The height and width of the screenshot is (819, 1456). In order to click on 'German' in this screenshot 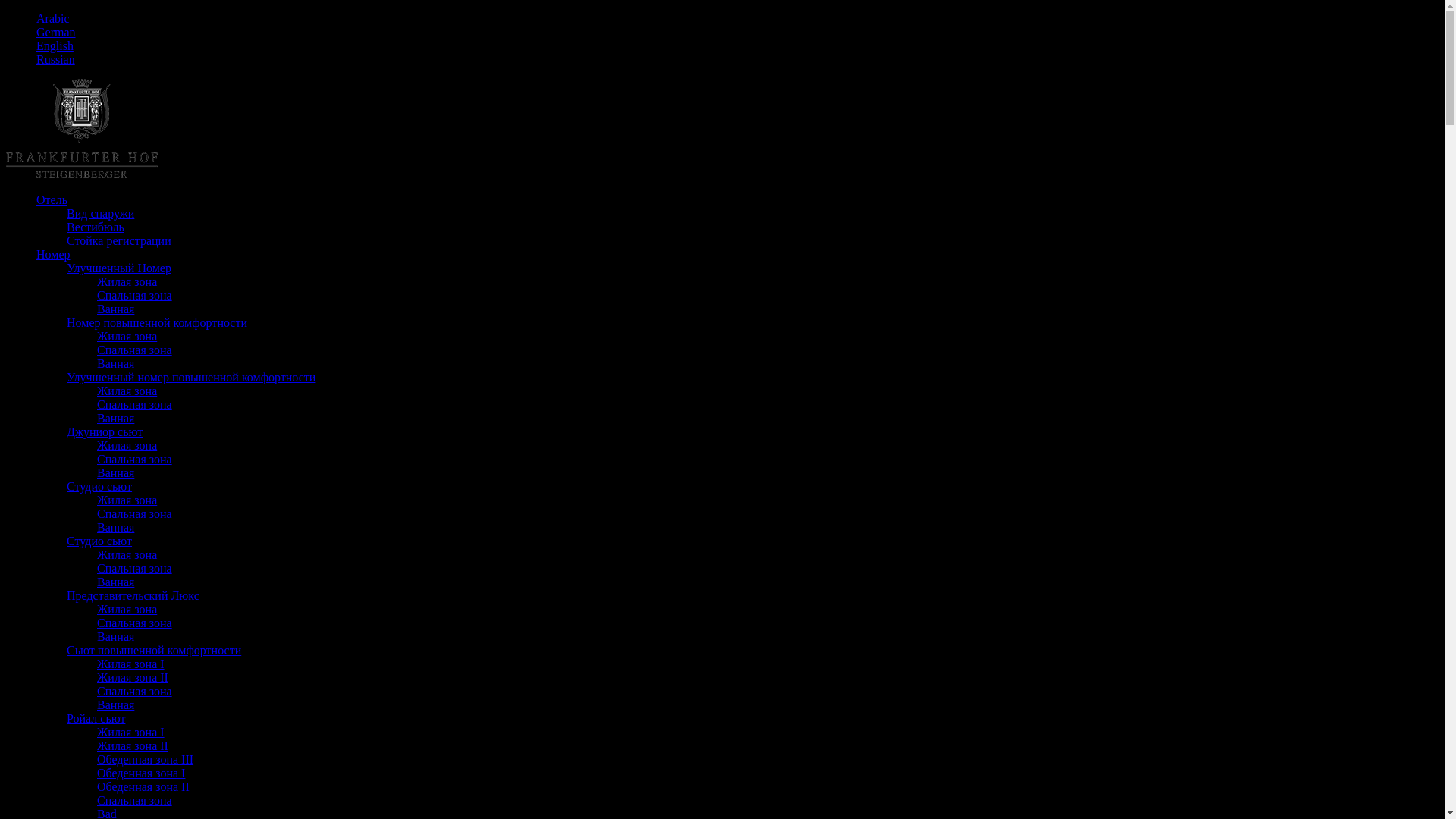, I will do `click(55, 32)`.